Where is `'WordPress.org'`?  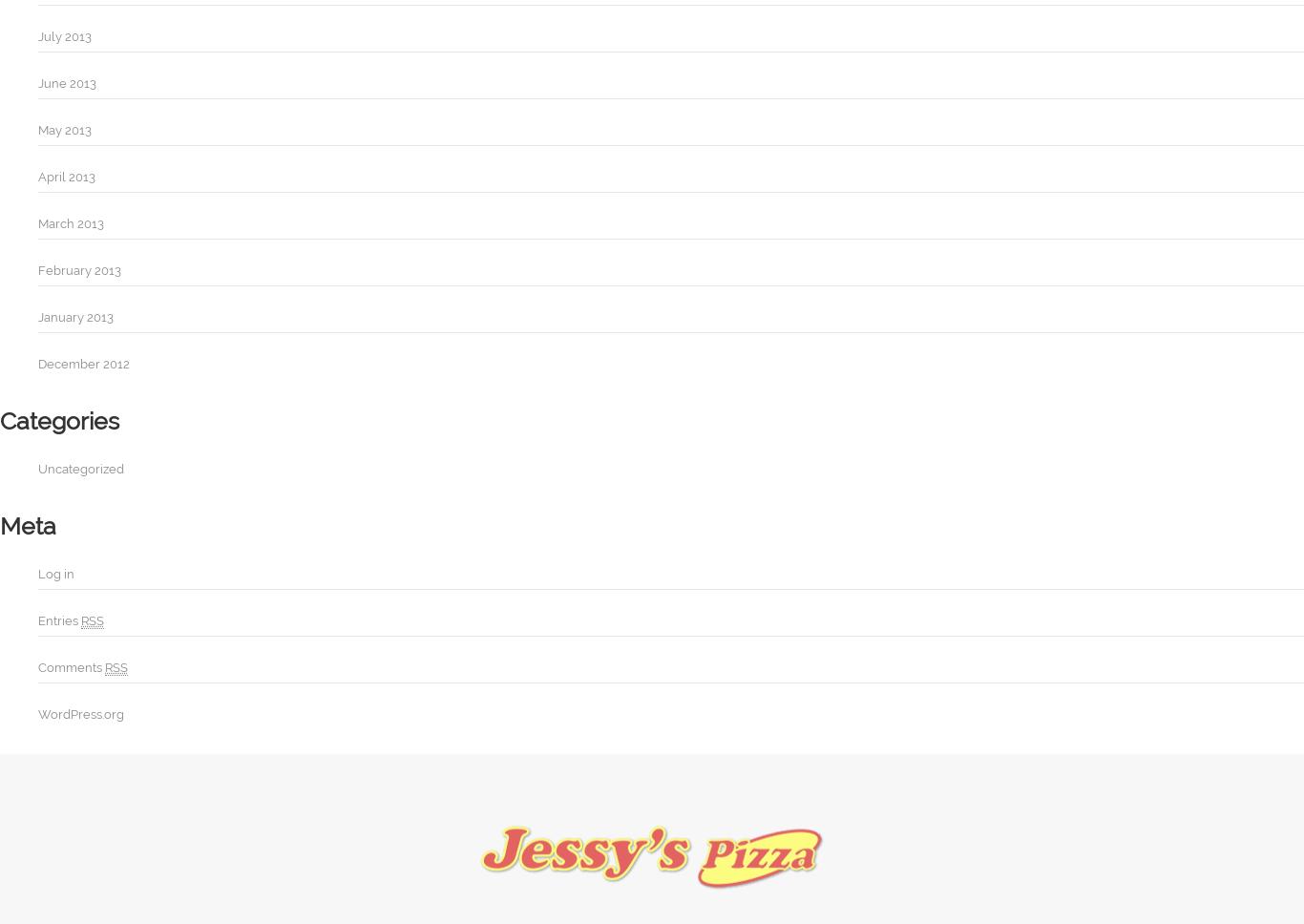 'WordPress.org' is located at coordinates (80, 714).